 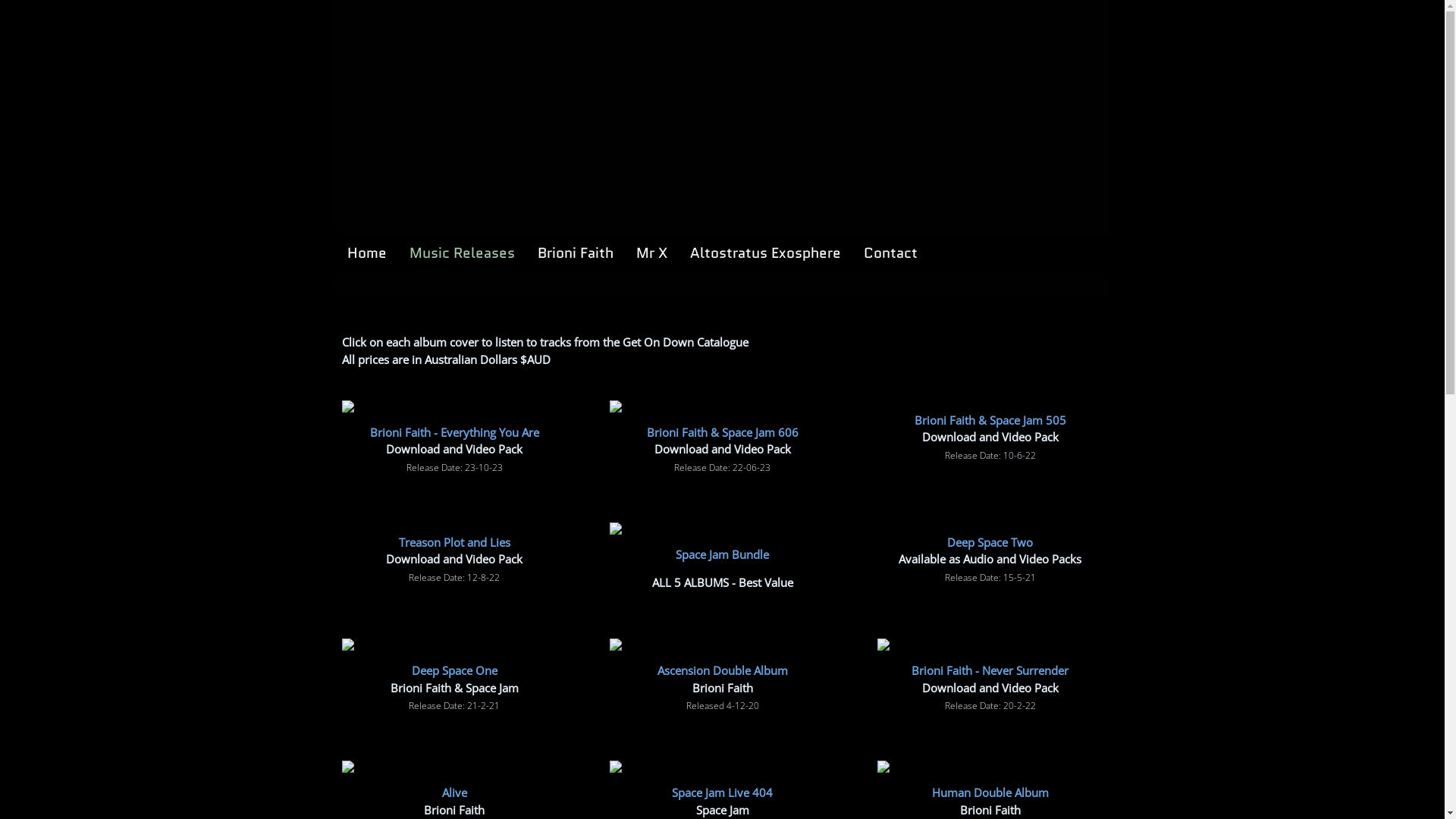 I want to click on 'Music Releases', so click(x=461, y=253).